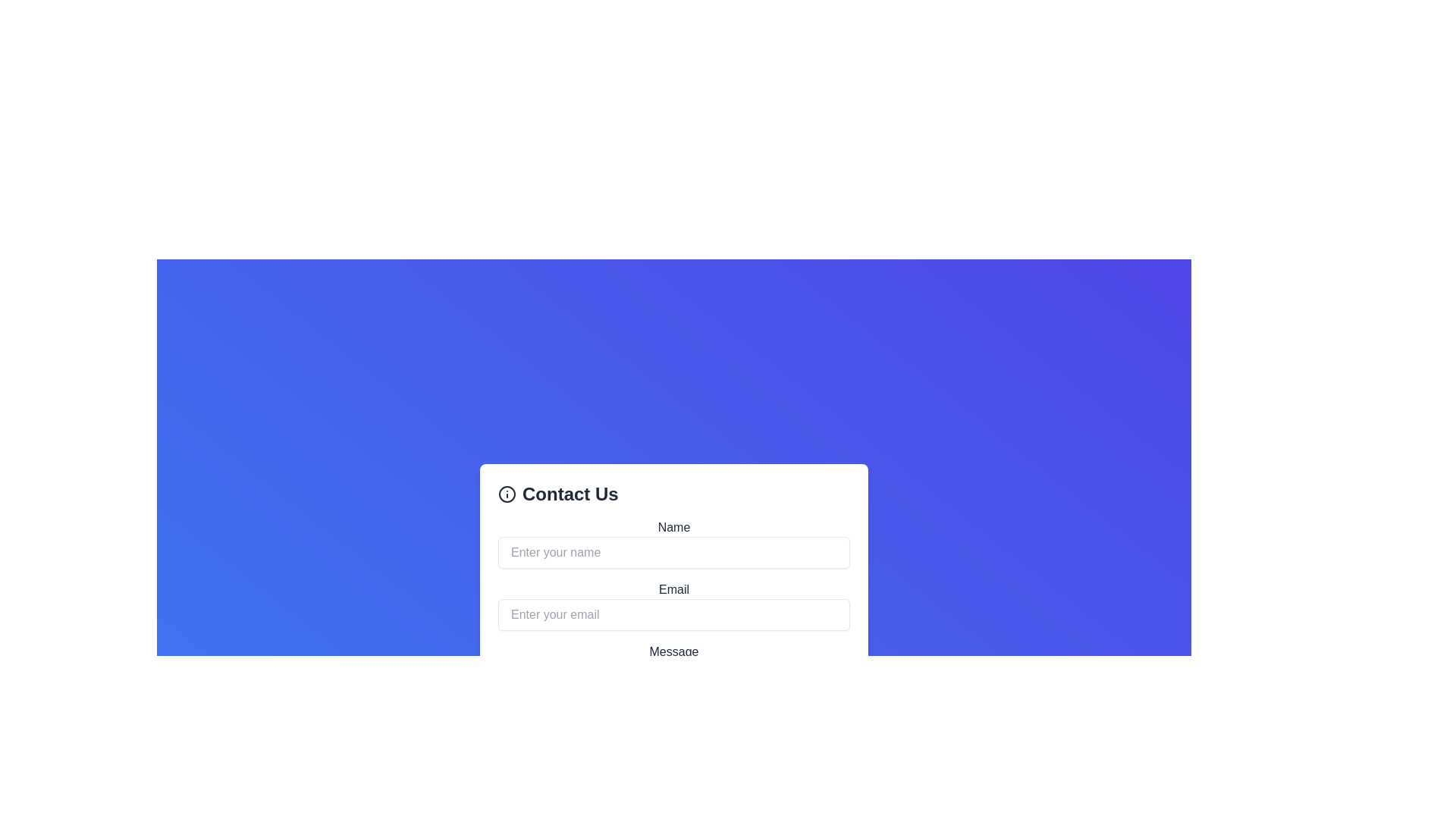 The image size is (1456, 819). Describe the element at coordinates (673, 656) in the screenshot. I see `the 'Message' text area in the 'Contact Us' section to input a message or comment` at that location.